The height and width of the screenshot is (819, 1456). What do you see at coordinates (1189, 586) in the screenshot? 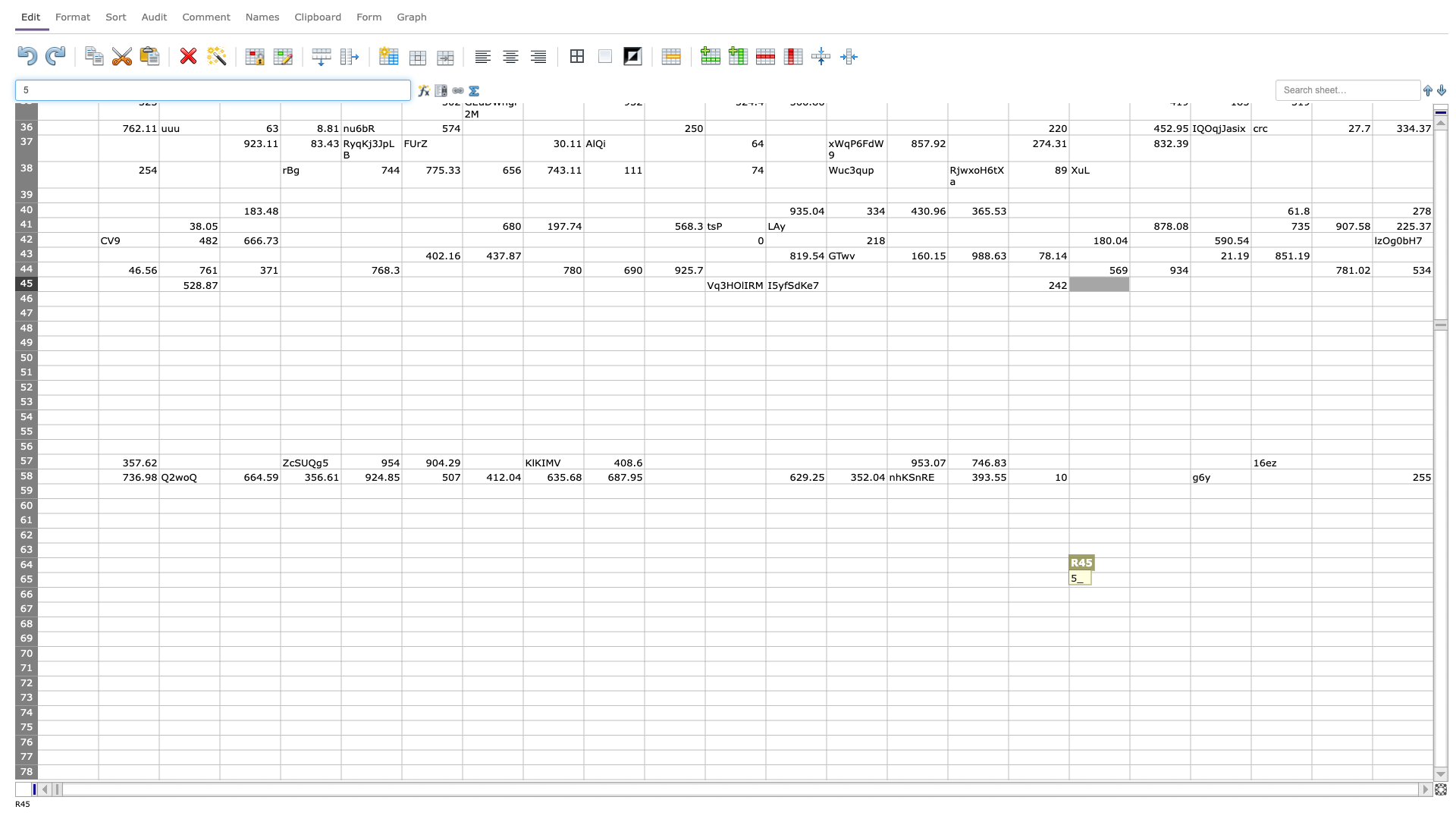
I see `fill handle of S65` at bounding box center [1189, 586].